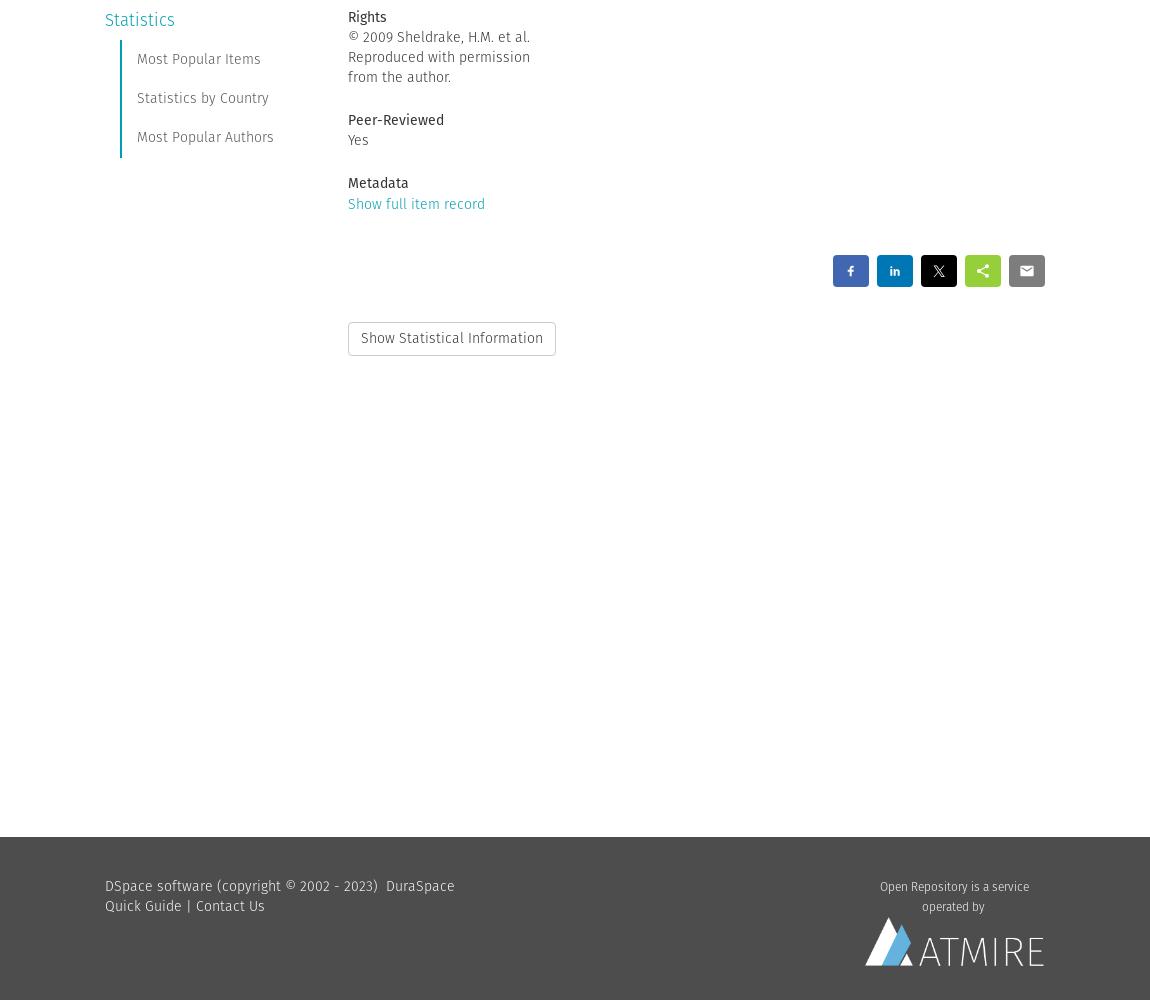  I want to click on '© 2009 Sheldrake, H.M. et al. Reproduced with permission from the author.', so click(438, 56).